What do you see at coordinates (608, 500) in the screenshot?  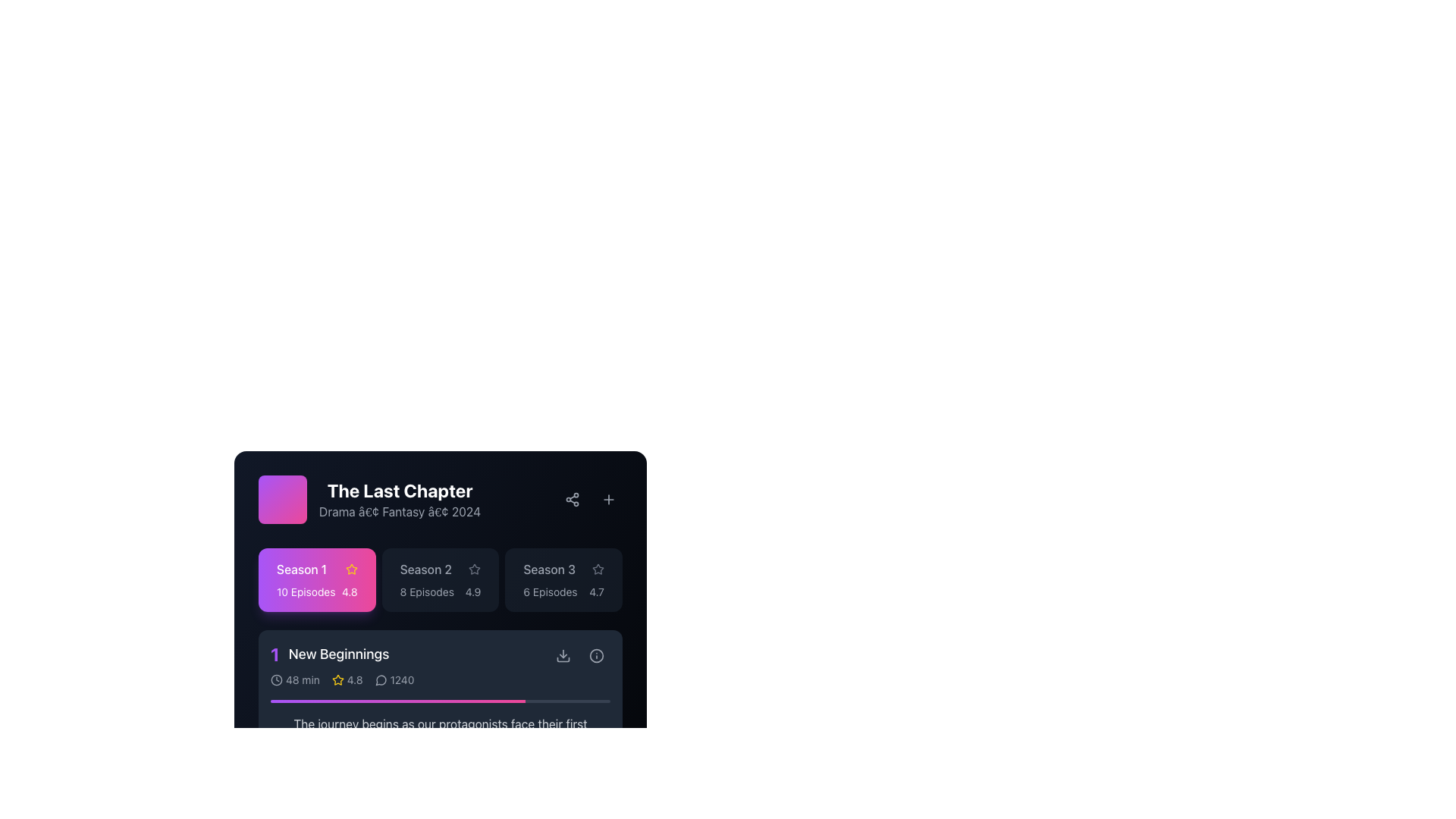 I see `the button with an icon located at the top right corner of the card-like interface` at bounding box center [608, 500].